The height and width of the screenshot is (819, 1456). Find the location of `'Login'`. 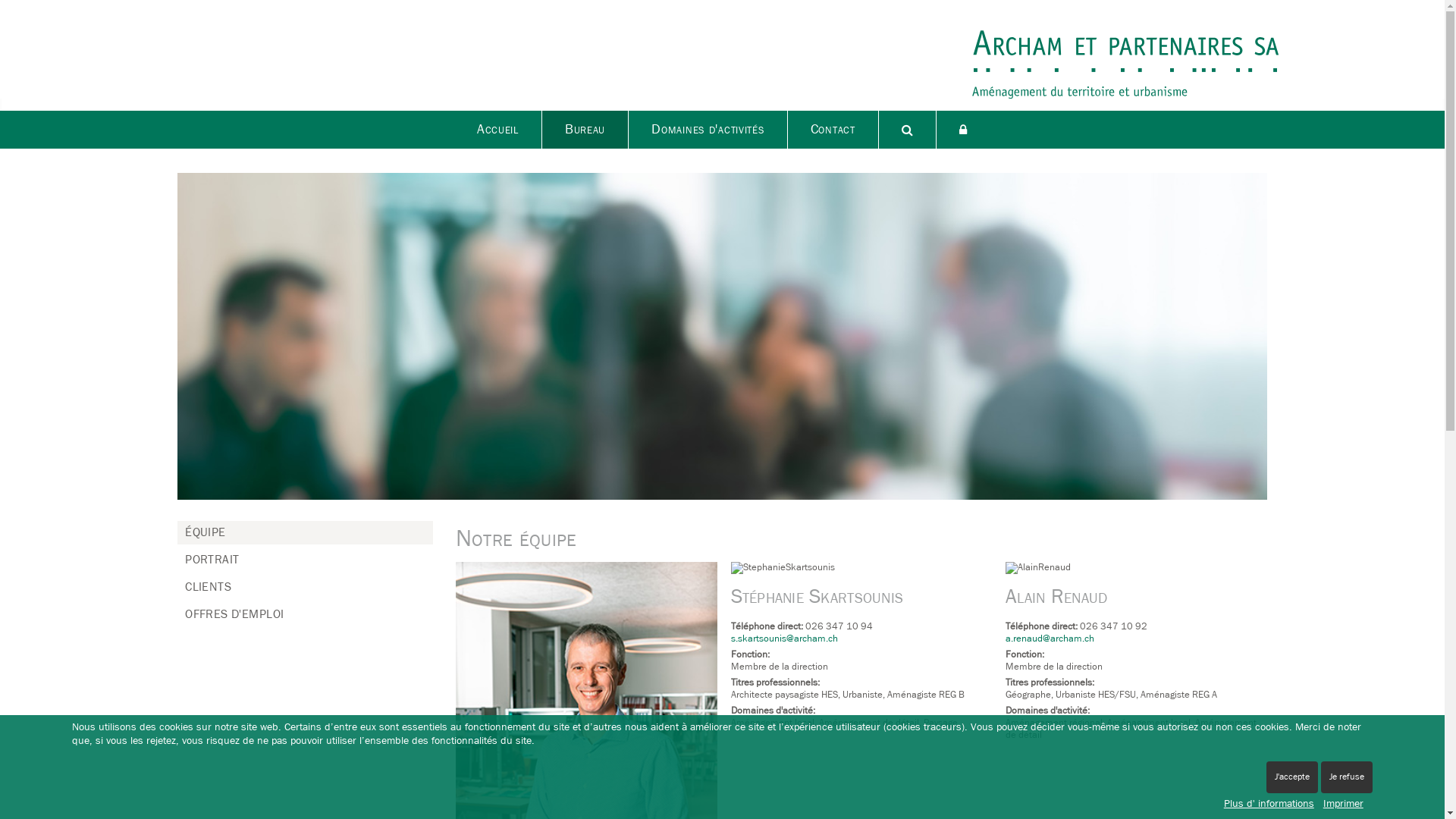

'Login' is located at coordinates (962, 128).